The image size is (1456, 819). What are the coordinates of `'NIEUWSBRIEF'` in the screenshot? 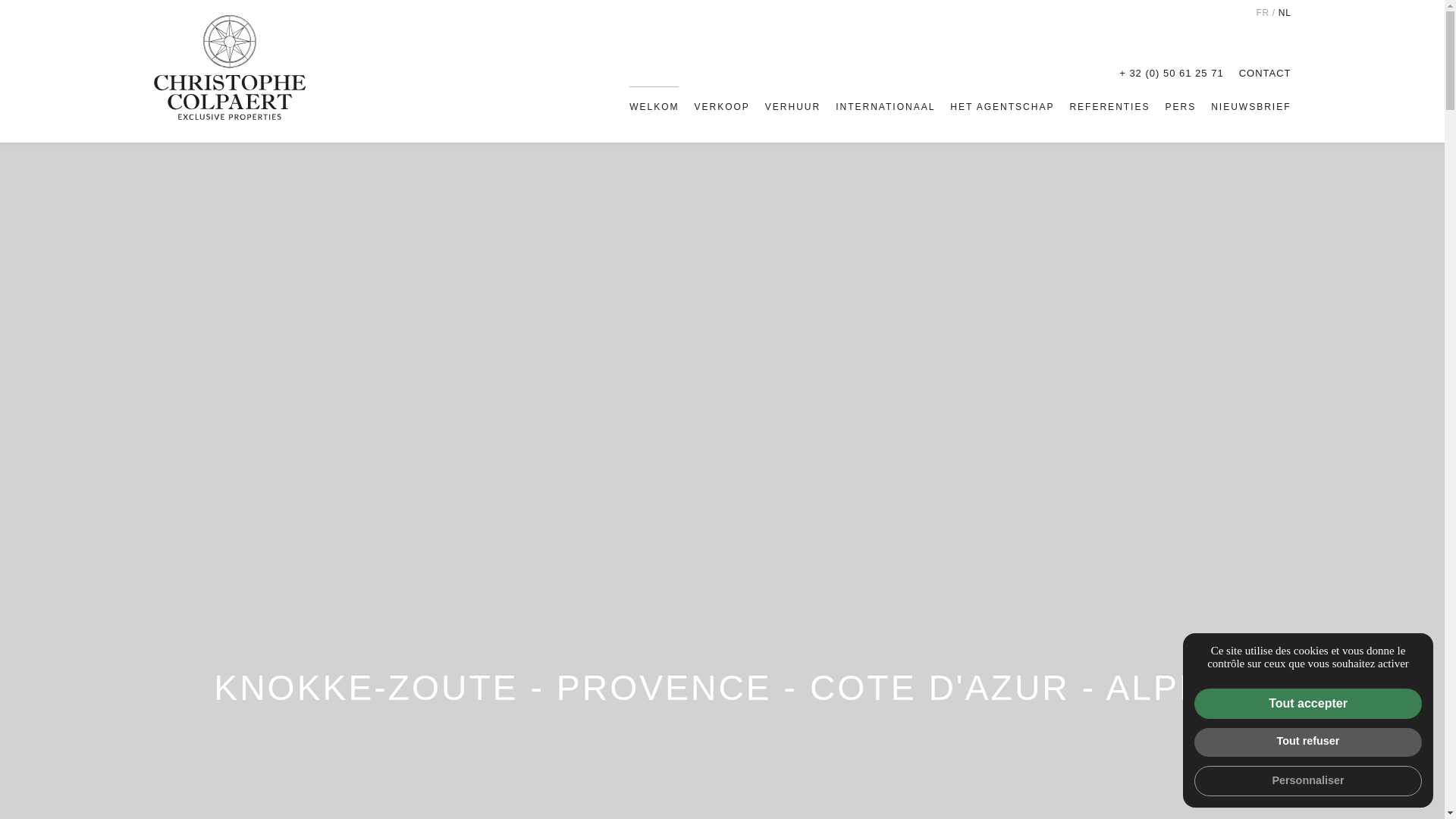 It's located at (1210, 106).